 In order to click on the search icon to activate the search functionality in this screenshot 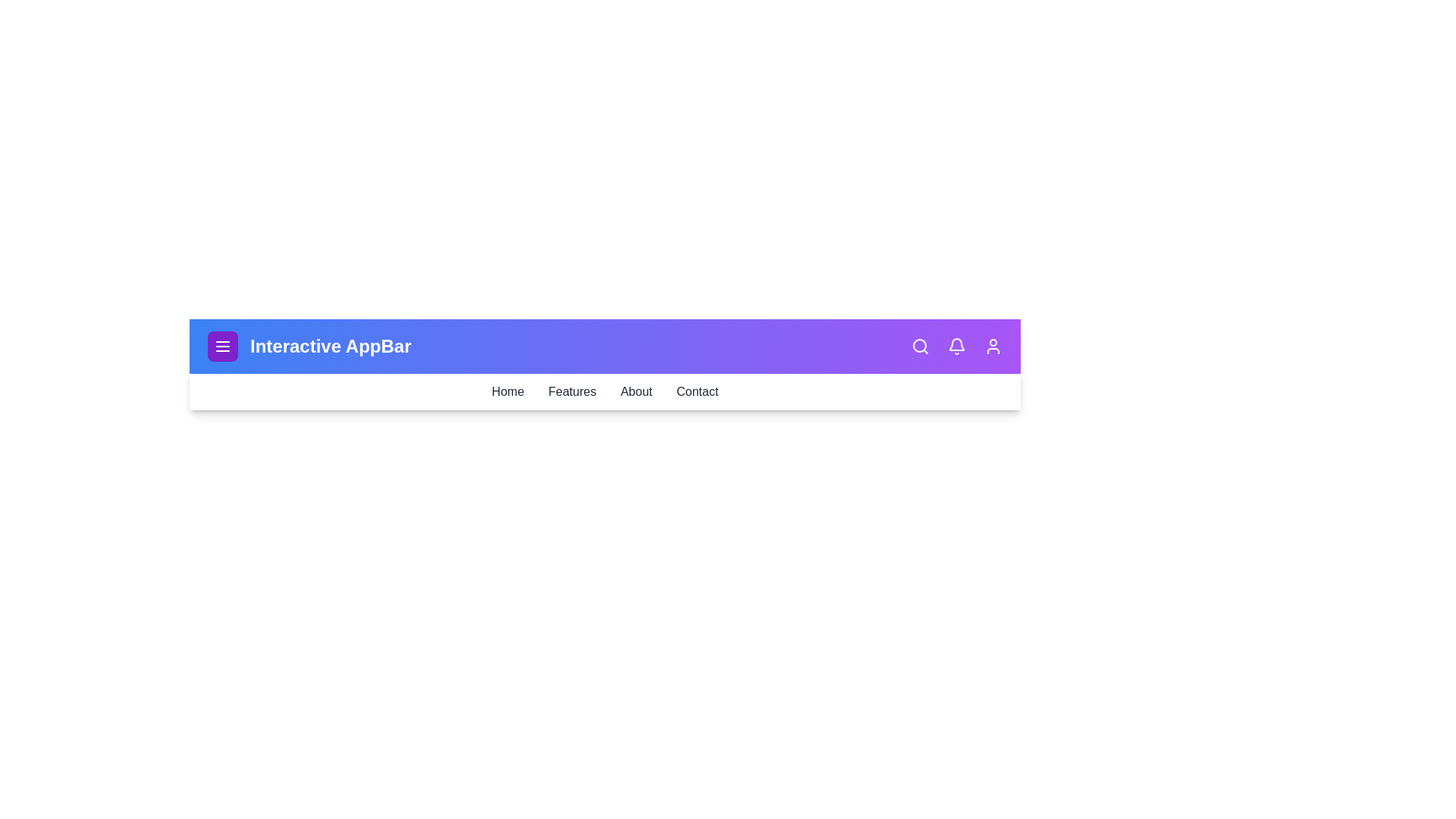, I will do `click(920, 346)`.